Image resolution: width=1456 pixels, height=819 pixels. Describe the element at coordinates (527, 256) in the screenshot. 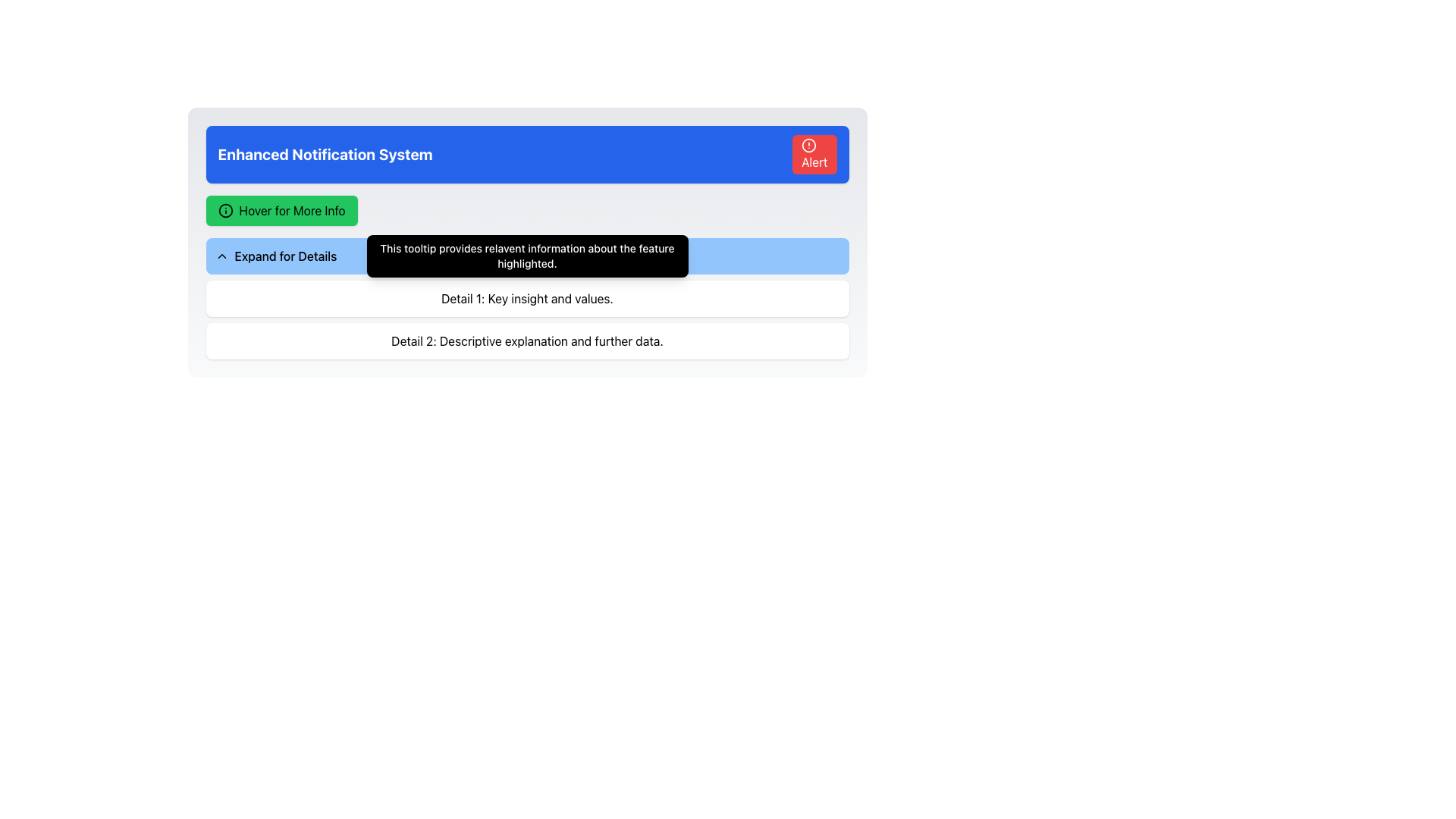

I see `the tooltip with a black background and white text that provides information about the feature highlighted, which is positioned above the 'Expand for Details' section` at that location.